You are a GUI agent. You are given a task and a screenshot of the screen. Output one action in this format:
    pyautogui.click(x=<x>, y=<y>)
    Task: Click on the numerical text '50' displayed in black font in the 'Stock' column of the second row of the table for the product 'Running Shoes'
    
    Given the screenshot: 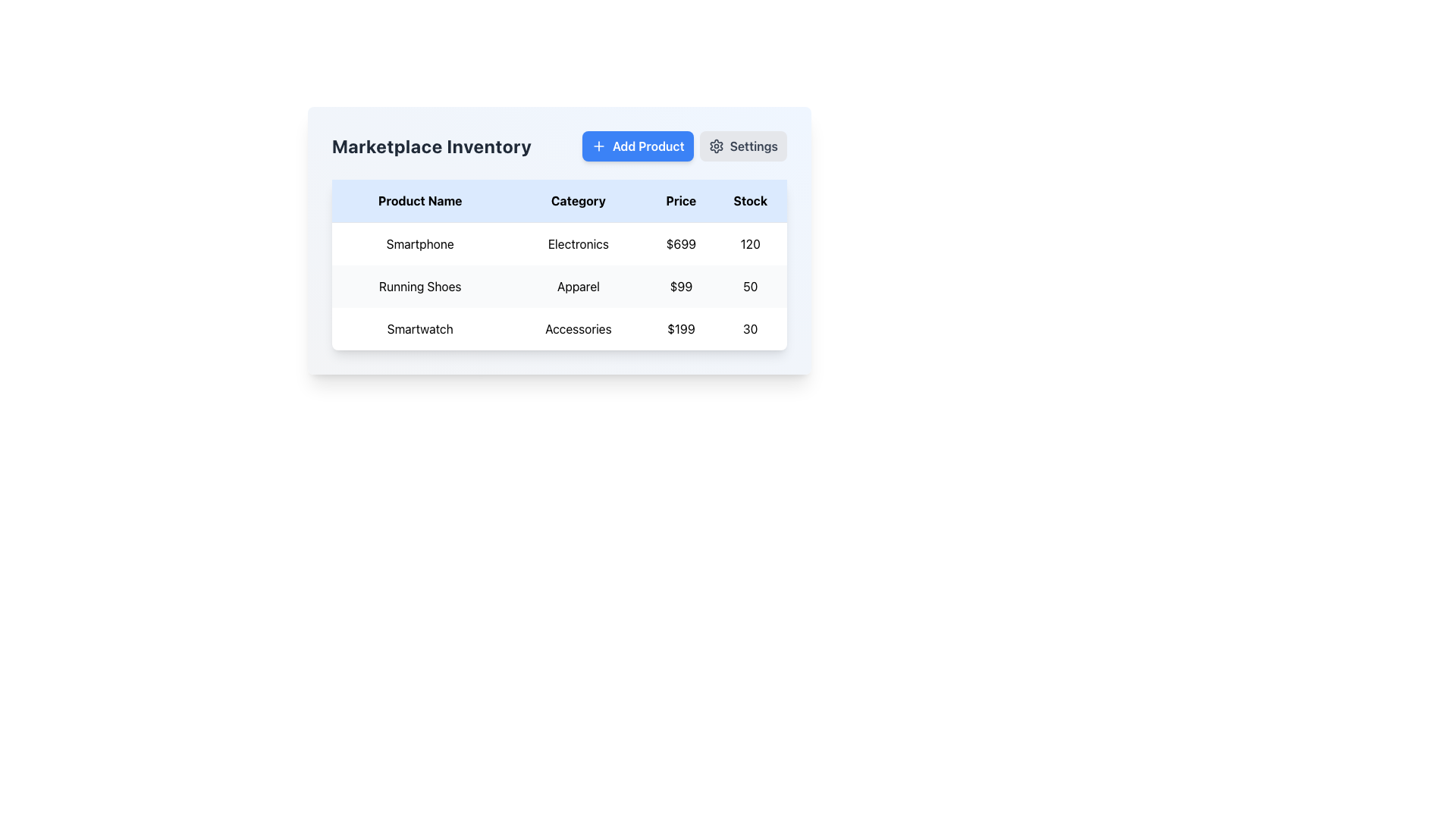 What is the action you would take?
    pyautogui.click(x=750, y=287)
    